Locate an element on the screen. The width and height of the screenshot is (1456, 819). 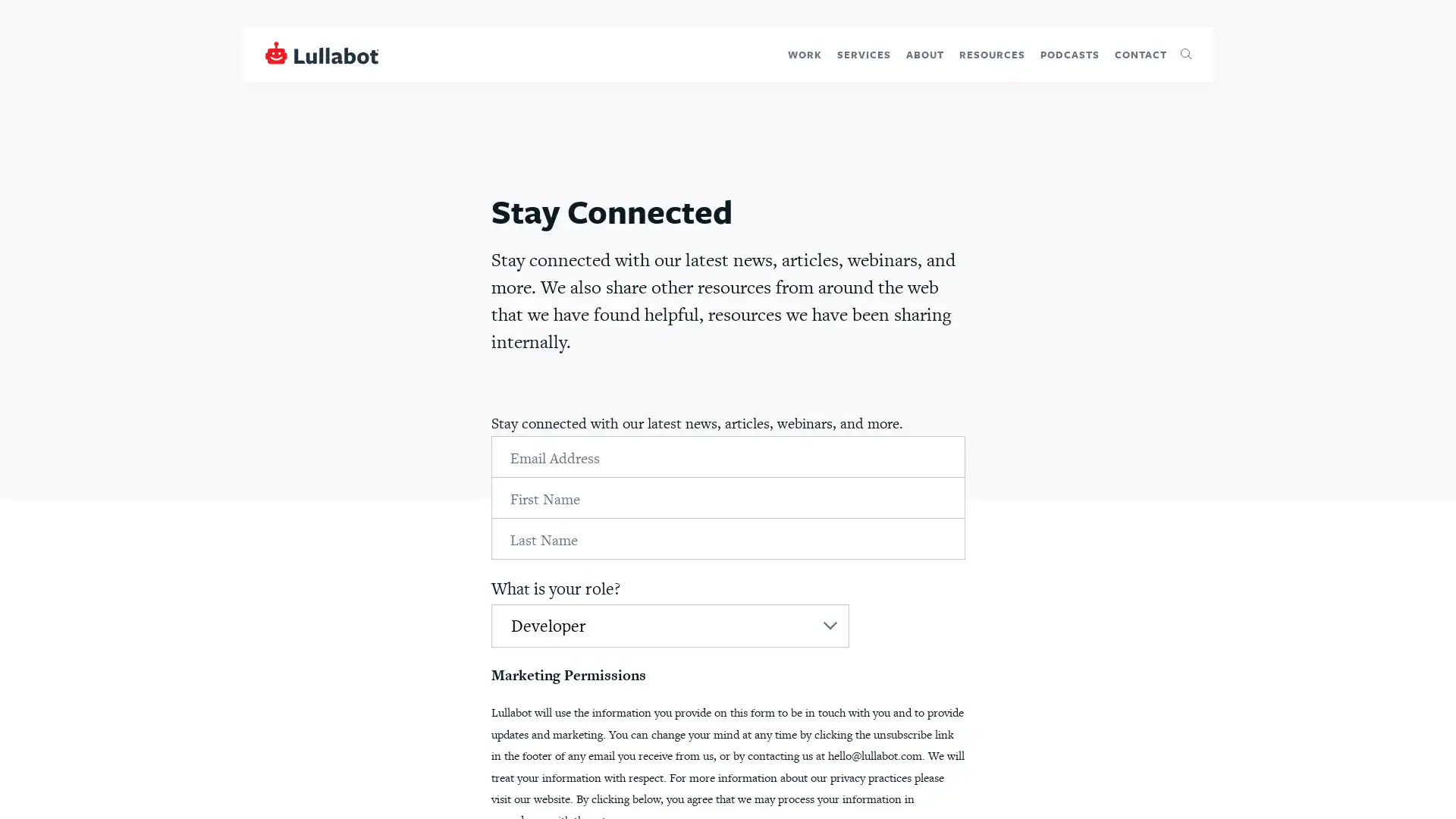
Toggle search form visibility is located at coordinates (1185, 54).